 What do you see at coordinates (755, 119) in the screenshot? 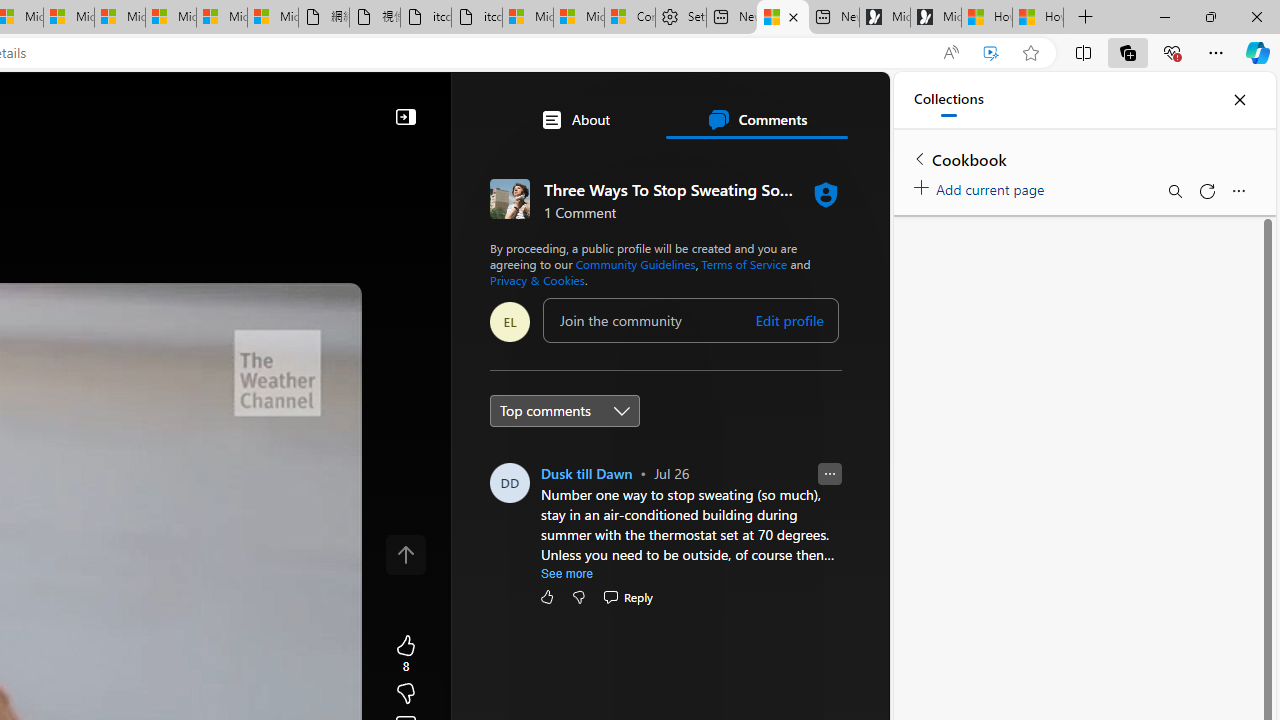
I see `'Comments'` at bounding box center [755, 119].